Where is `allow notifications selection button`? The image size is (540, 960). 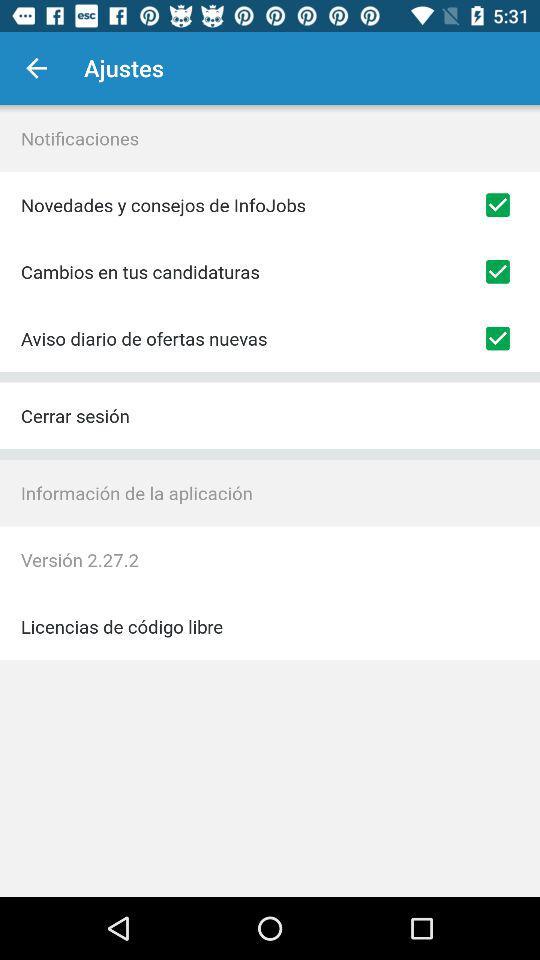
allow notifications selection button is located at coordinates (496, 205).